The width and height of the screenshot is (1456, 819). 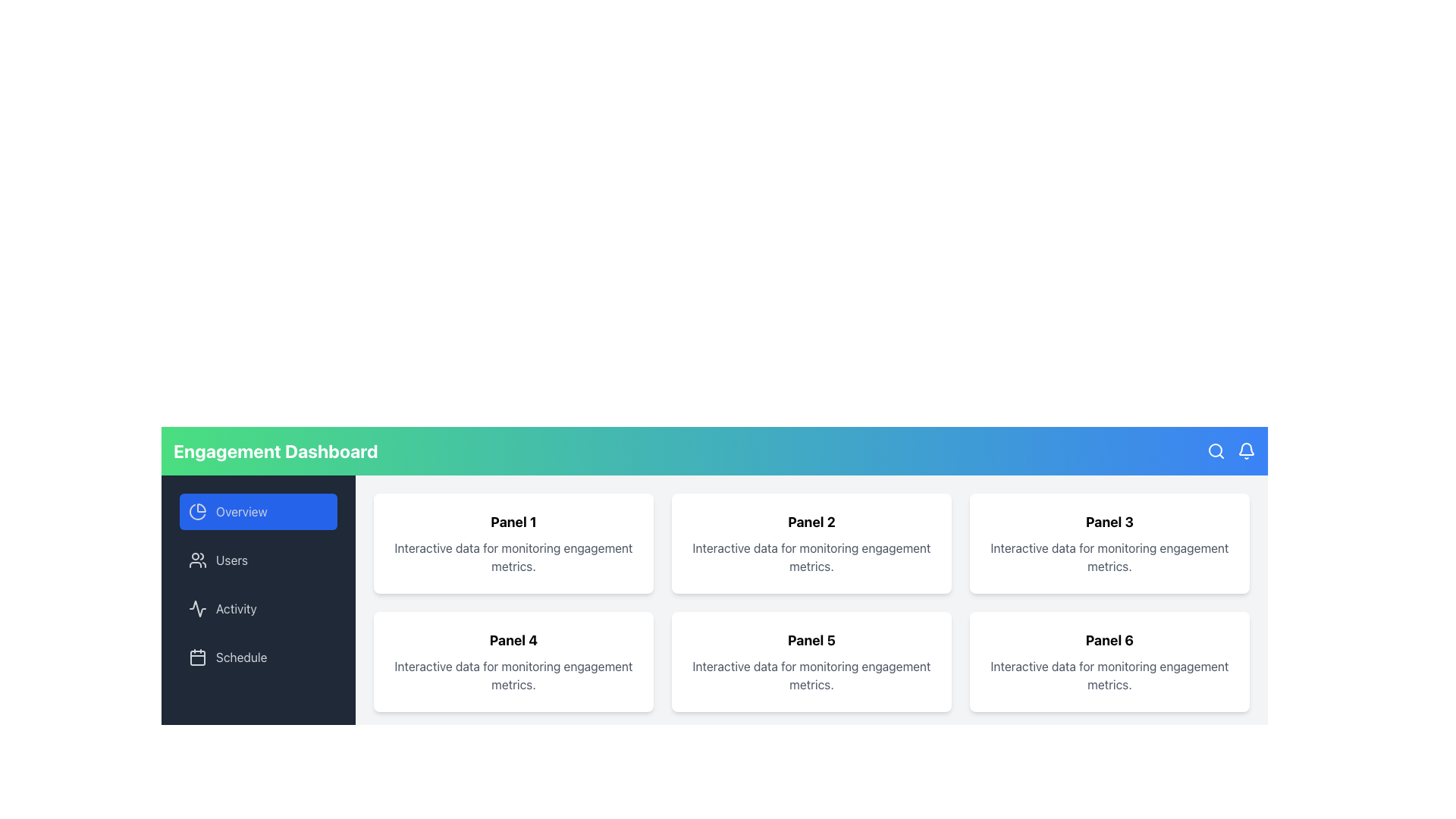 I want to click on the 'Users' text label in the vertical menu under 'Engagement Dashboard', so click(x=231, y=560).